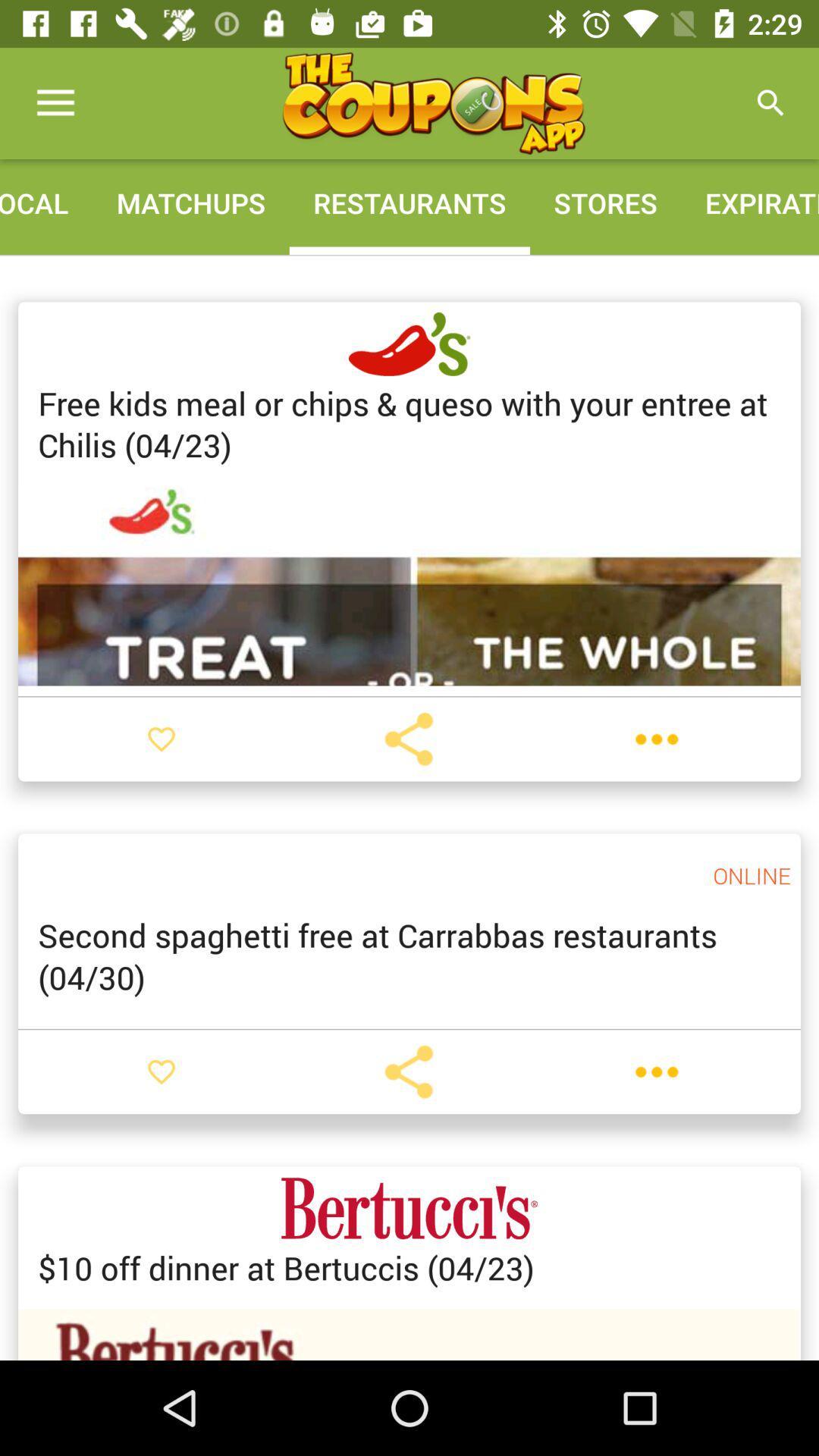 This screenshot has height=1456, width=819. I want to click on 10 off dinner, so click(286, 1267).